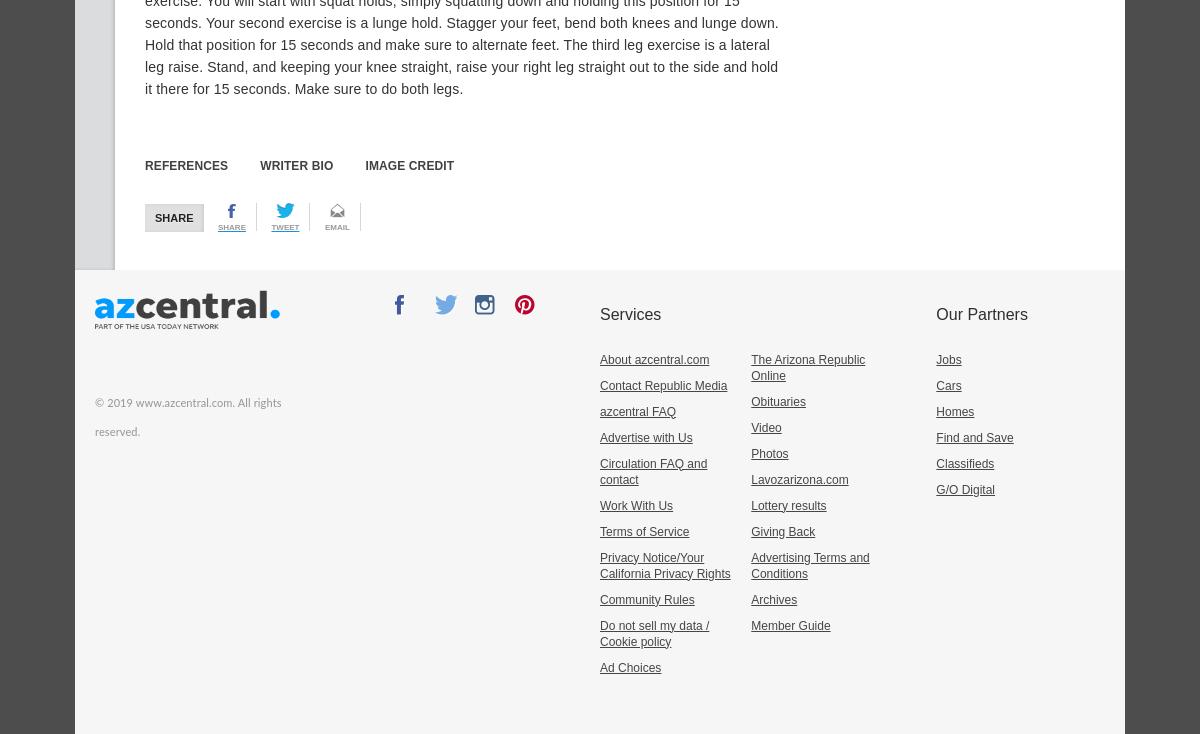  Describe the element at coordinates (974, 437) in the screenshot. I see `'Find and Save'` at that location.